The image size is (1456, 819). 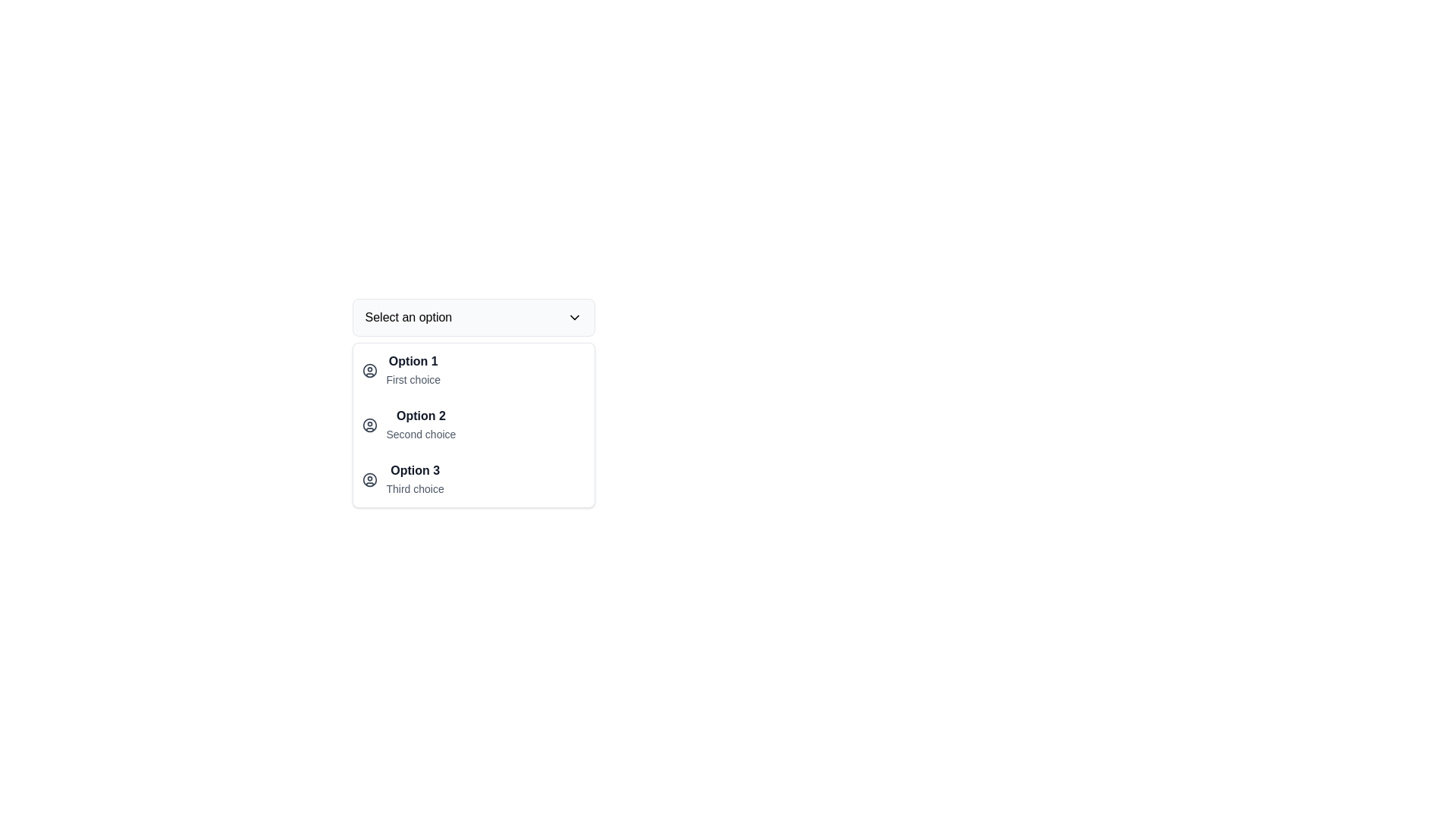 I want to click on the bold text element labeled 'Option 1', which is the first item in a list and is styled with a dark font color, so click(x=413, y=362).